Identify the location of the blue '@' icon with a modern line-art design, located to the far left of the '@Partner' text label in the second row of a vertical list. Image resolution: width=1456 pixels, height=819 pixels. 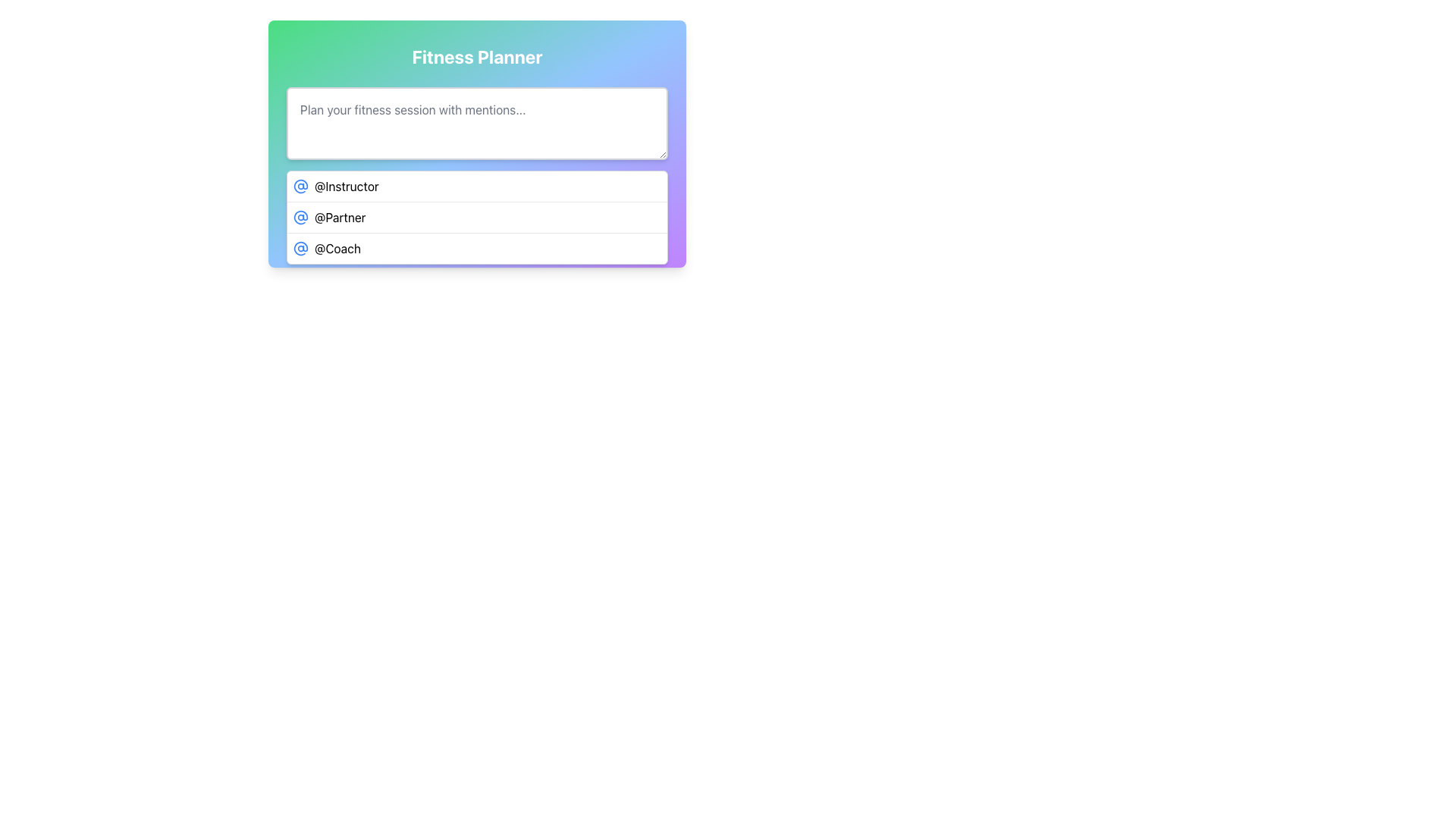
(301, 217).